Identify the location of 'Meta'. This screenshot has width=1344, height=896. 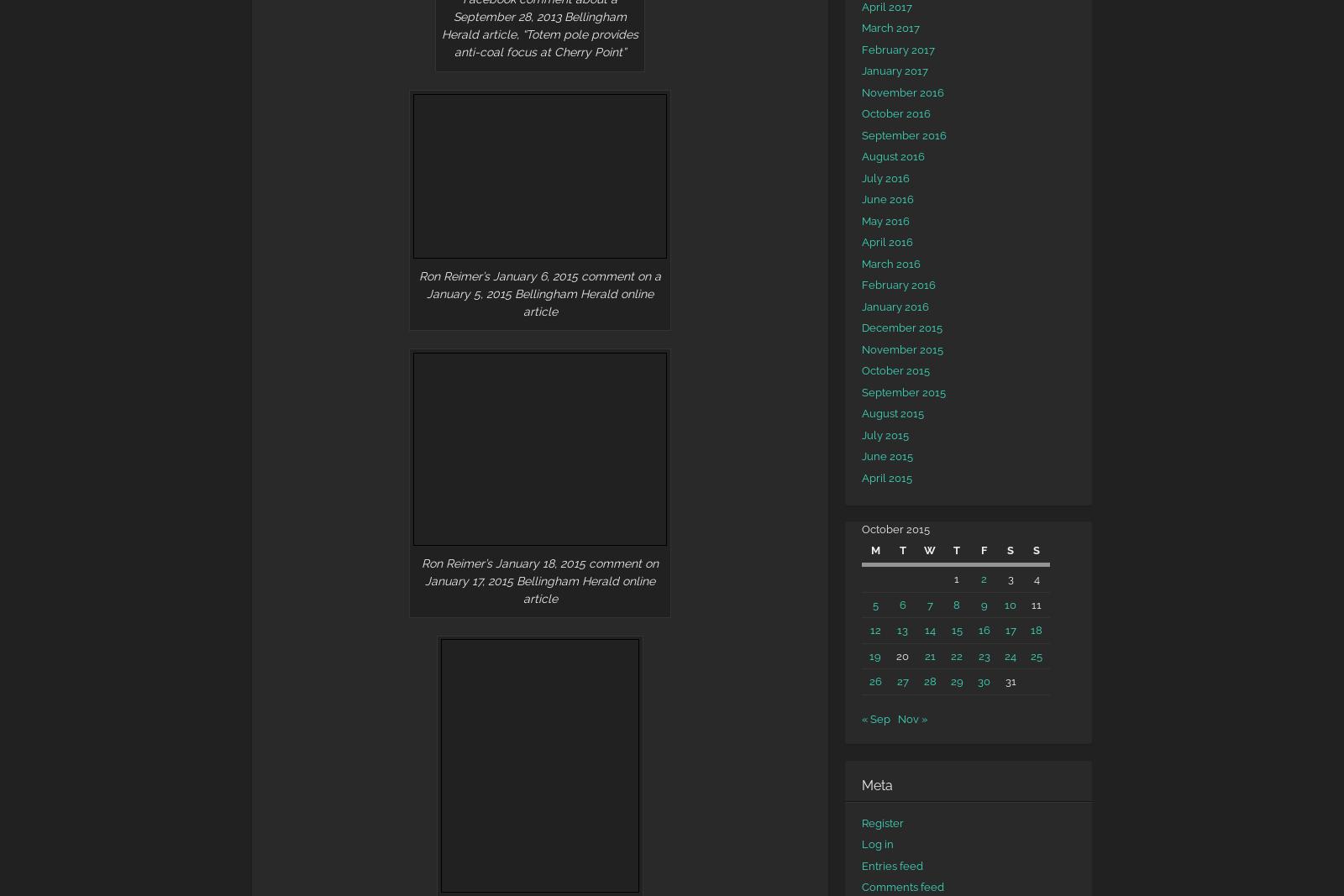
(877, 784).